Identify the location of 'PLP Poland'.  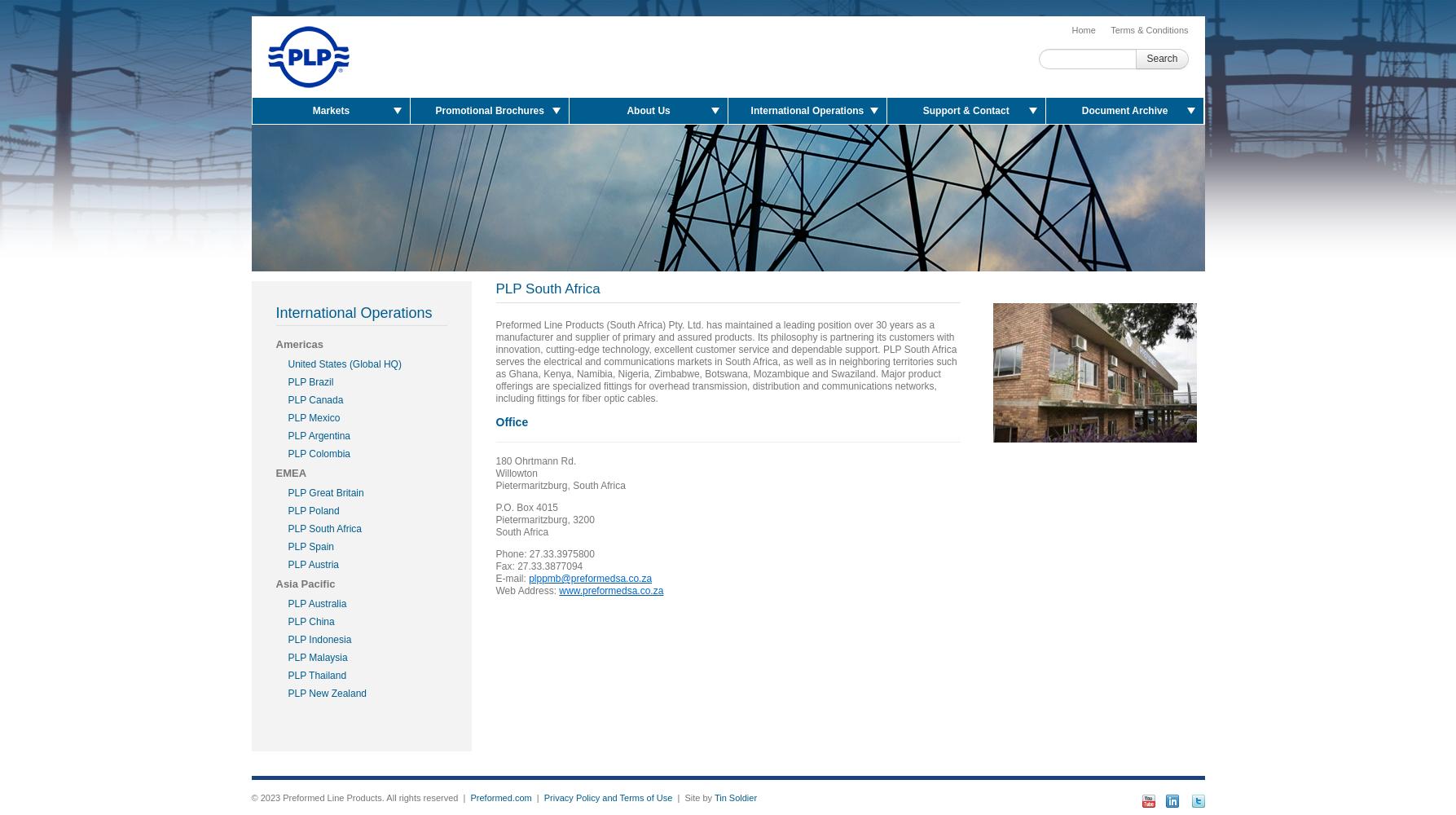
(313, 511).